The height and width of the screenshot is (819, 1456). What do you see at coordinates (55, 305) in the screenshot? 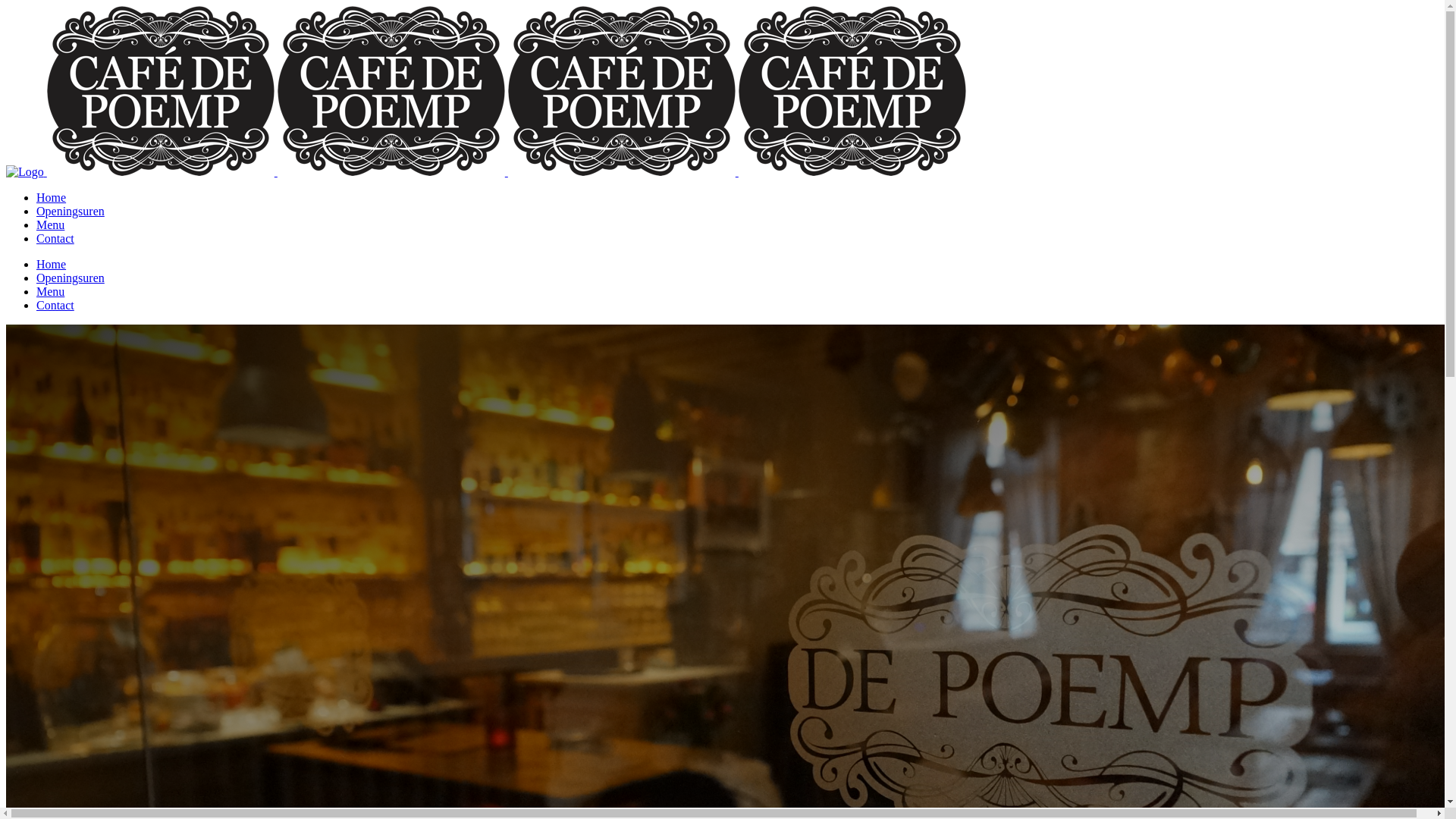
I see `'Contact'` at bounding box center [55, 305].